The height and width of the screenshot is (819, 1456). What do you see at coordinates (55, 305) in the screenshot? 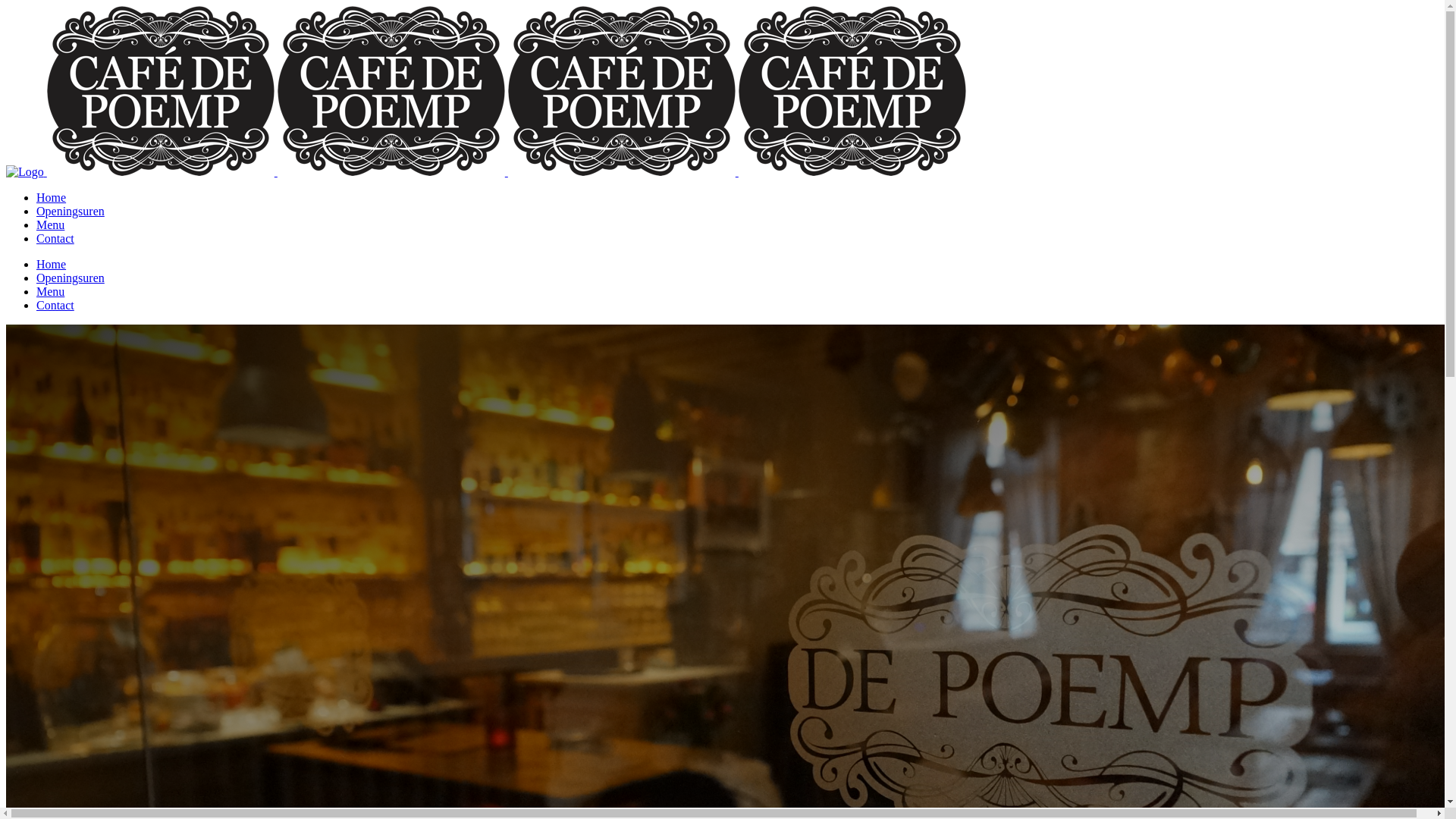
I see `'Contact'` at bounding box center [55, 305].